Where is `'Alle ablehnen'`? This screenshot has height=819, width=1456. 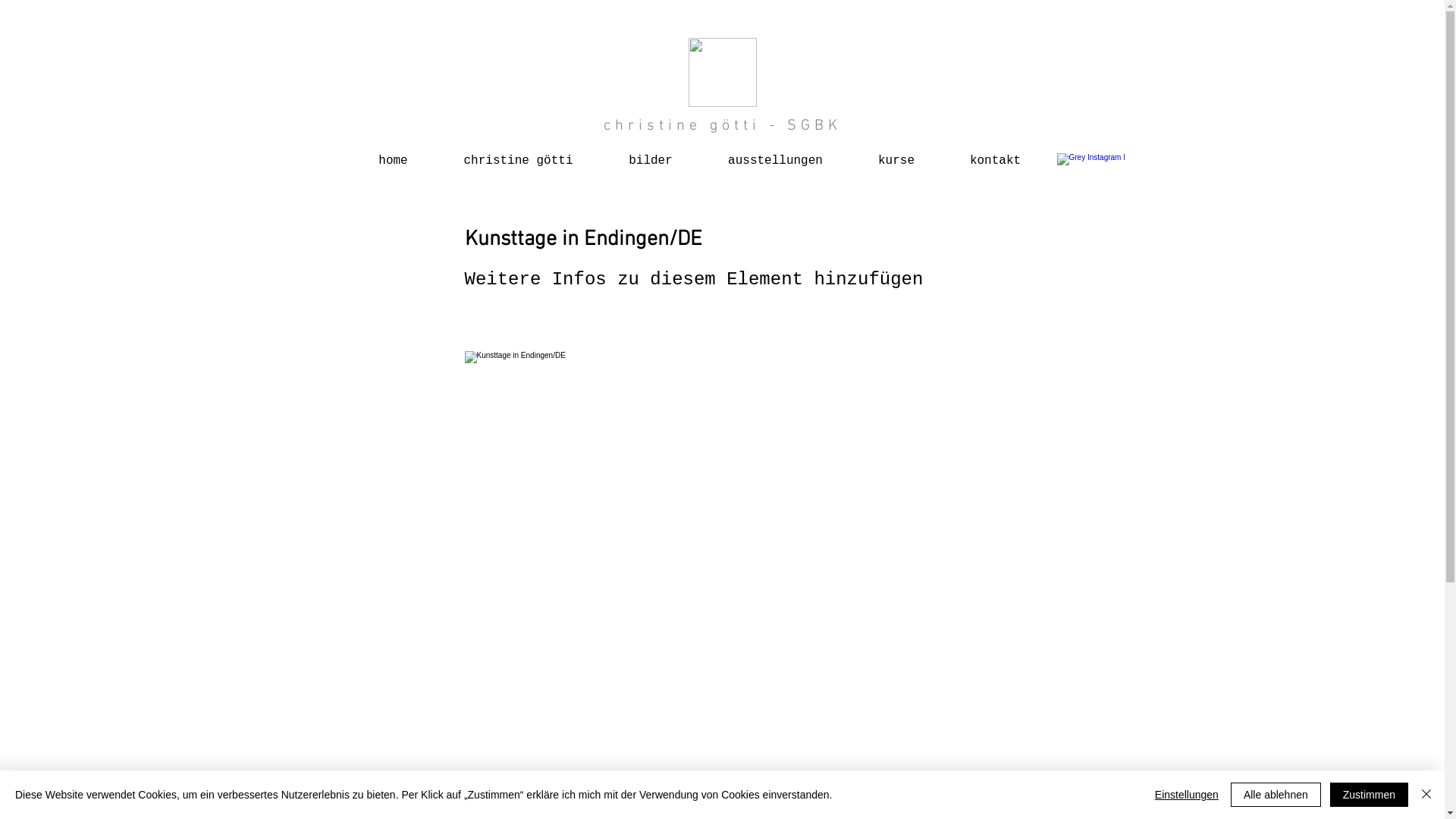
'Alle ablehnen' is located at coordinates (1275, 794).